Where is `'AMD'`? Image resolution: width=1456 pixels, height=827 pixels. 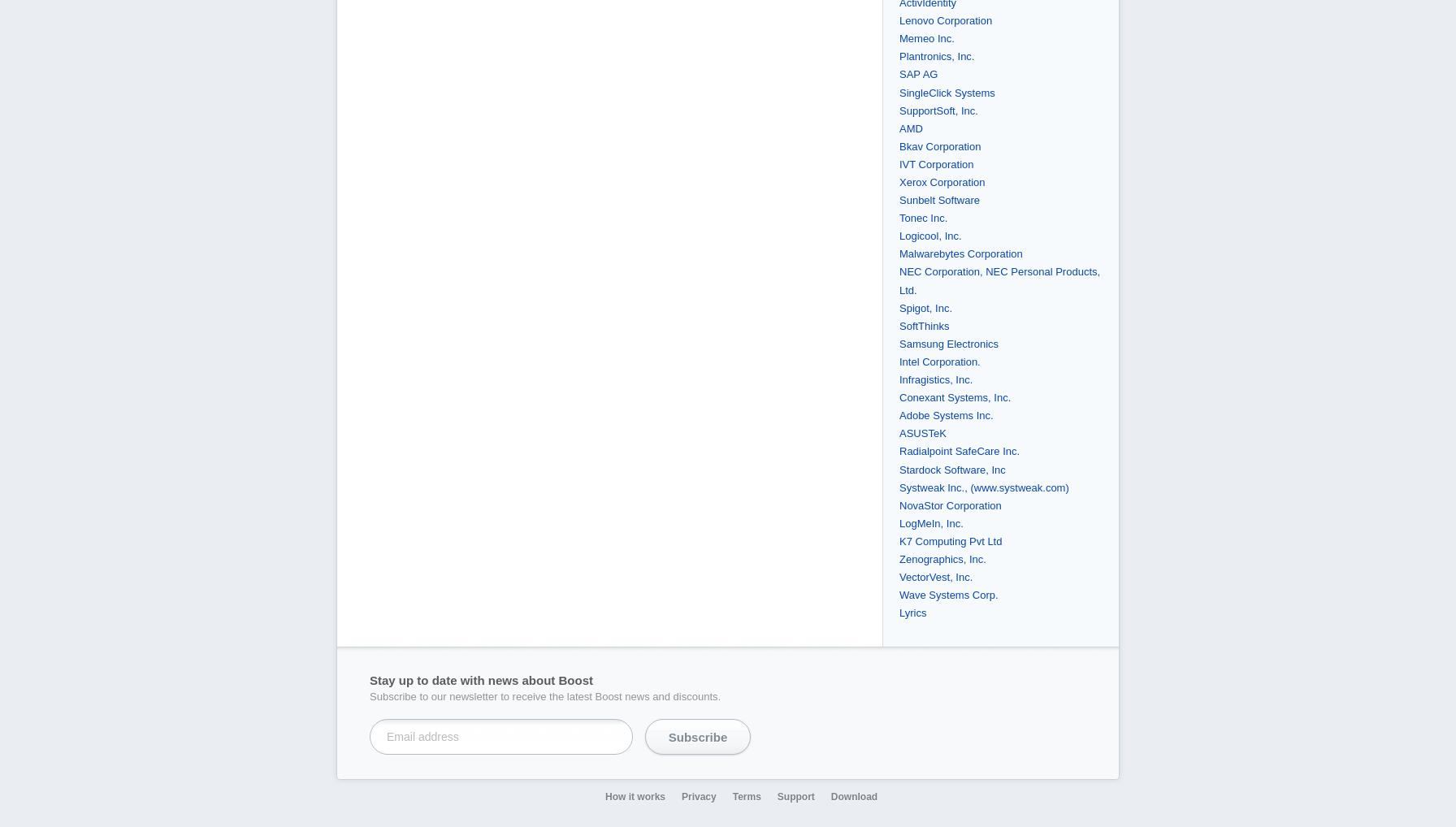
'AMD' is located at coordinates (911, 128).